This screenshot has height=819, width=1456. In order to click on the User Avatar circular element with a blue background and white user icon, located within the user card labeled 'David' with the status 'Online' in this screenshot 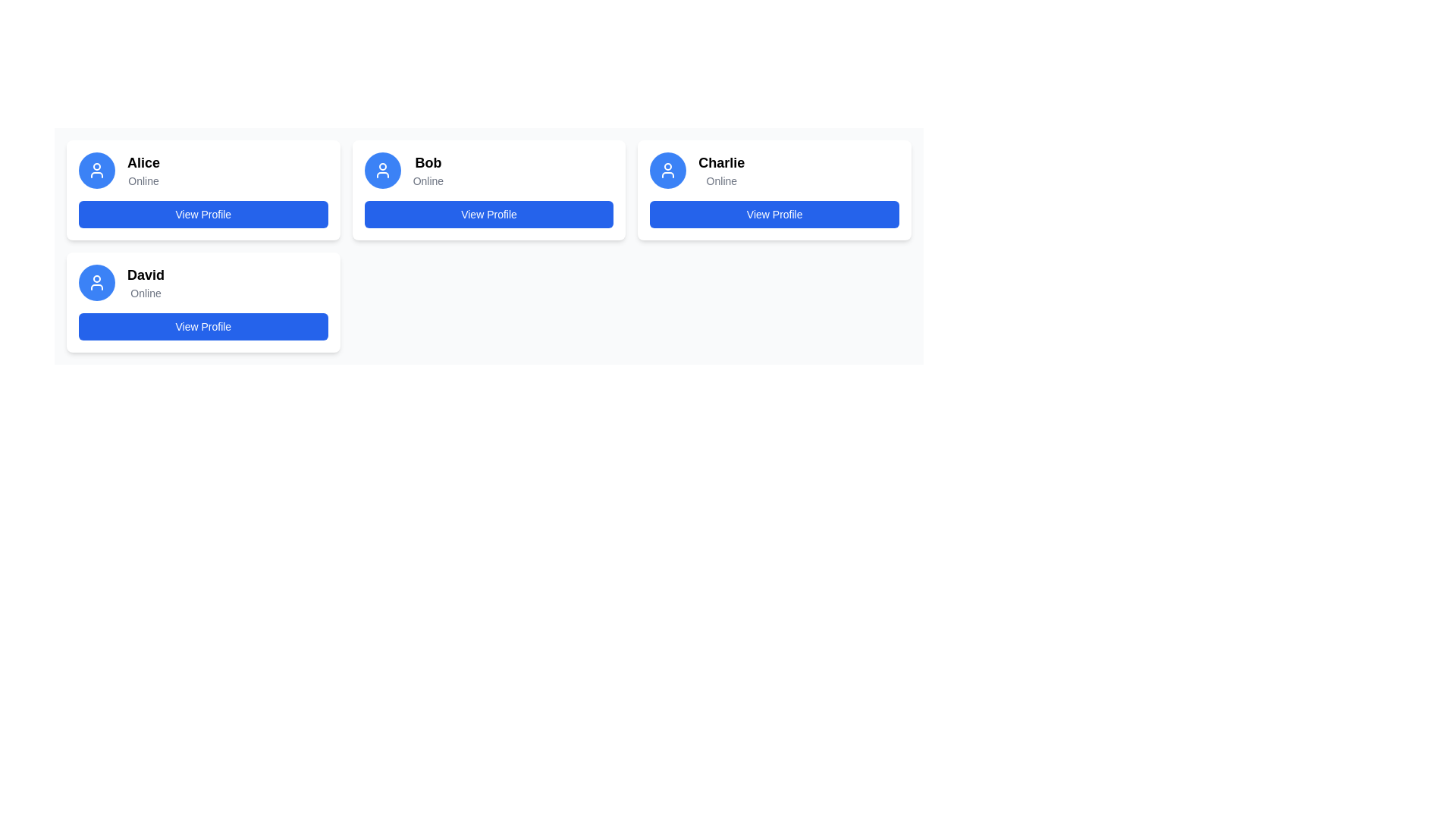, I will do `click(96, 283)`.